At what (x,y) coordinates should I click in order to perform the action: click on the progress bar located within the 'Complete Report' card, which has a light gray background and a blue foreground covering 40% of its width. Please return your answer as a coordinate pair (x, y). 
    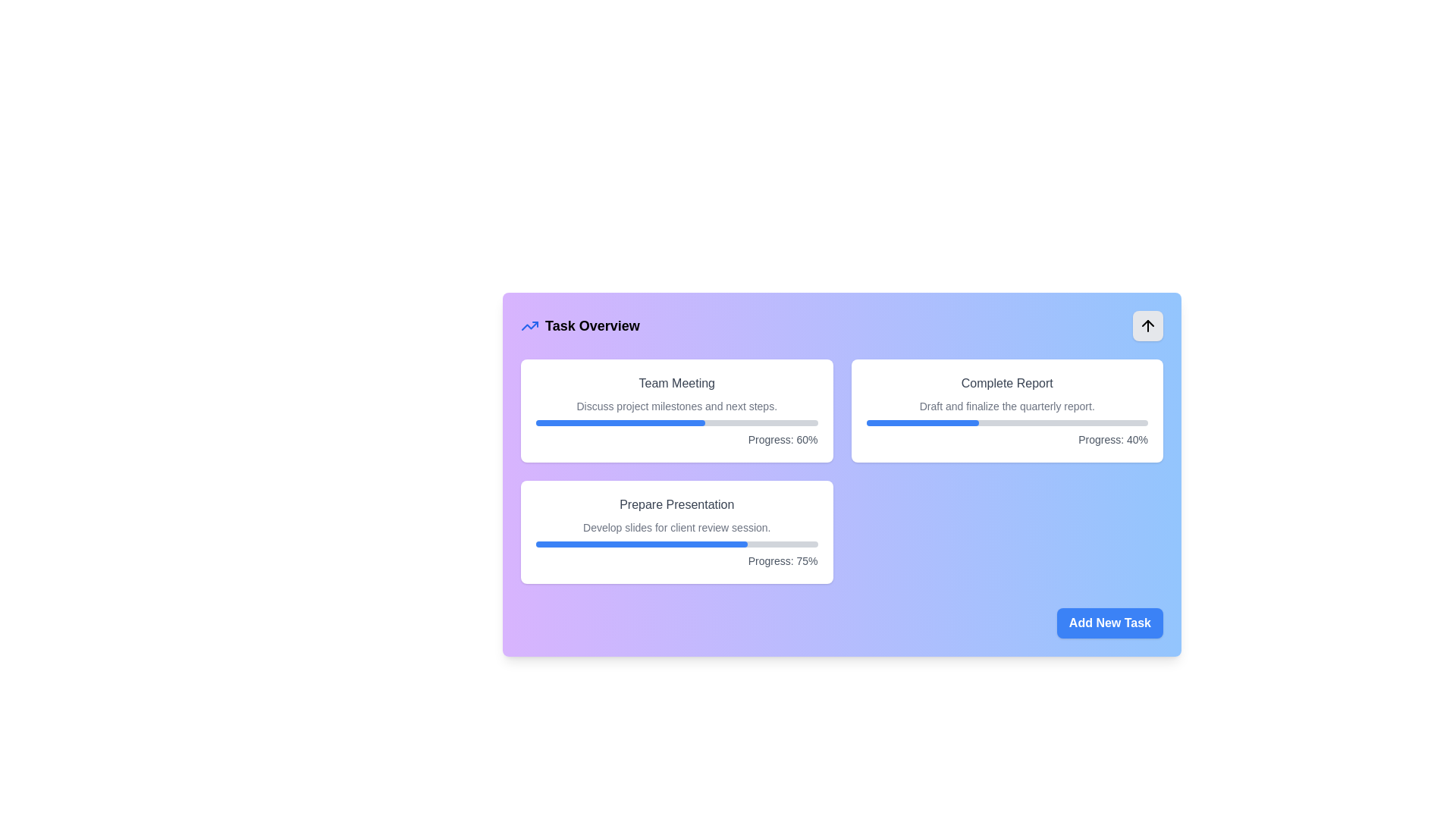
    Looking at the image, I should click on (1007, 423).